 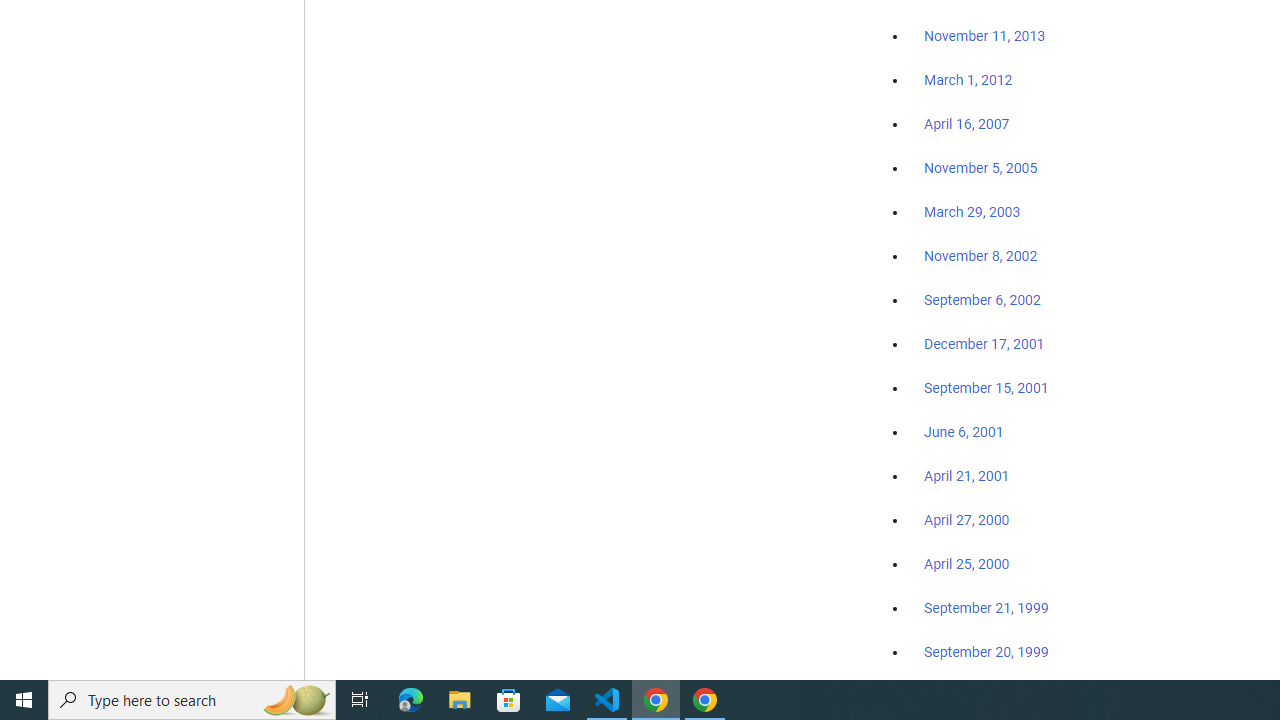 What do you see at coordinates (982, 299) in the screenshot?
I see `'September 6, 2002'` at bounding box center [982, 299].